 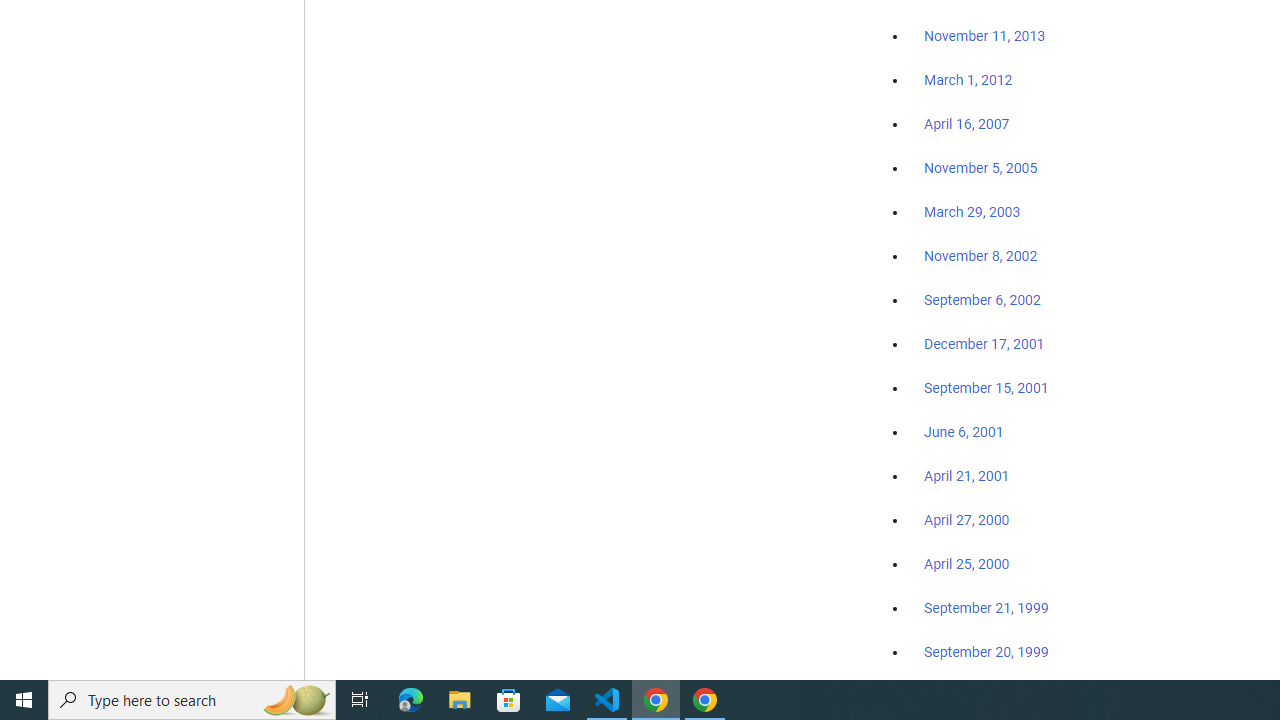 What do you see at coordinates (982, 299) in the screenshot?
I see `'September 6, 2002'` at bounding box center [982, 299].